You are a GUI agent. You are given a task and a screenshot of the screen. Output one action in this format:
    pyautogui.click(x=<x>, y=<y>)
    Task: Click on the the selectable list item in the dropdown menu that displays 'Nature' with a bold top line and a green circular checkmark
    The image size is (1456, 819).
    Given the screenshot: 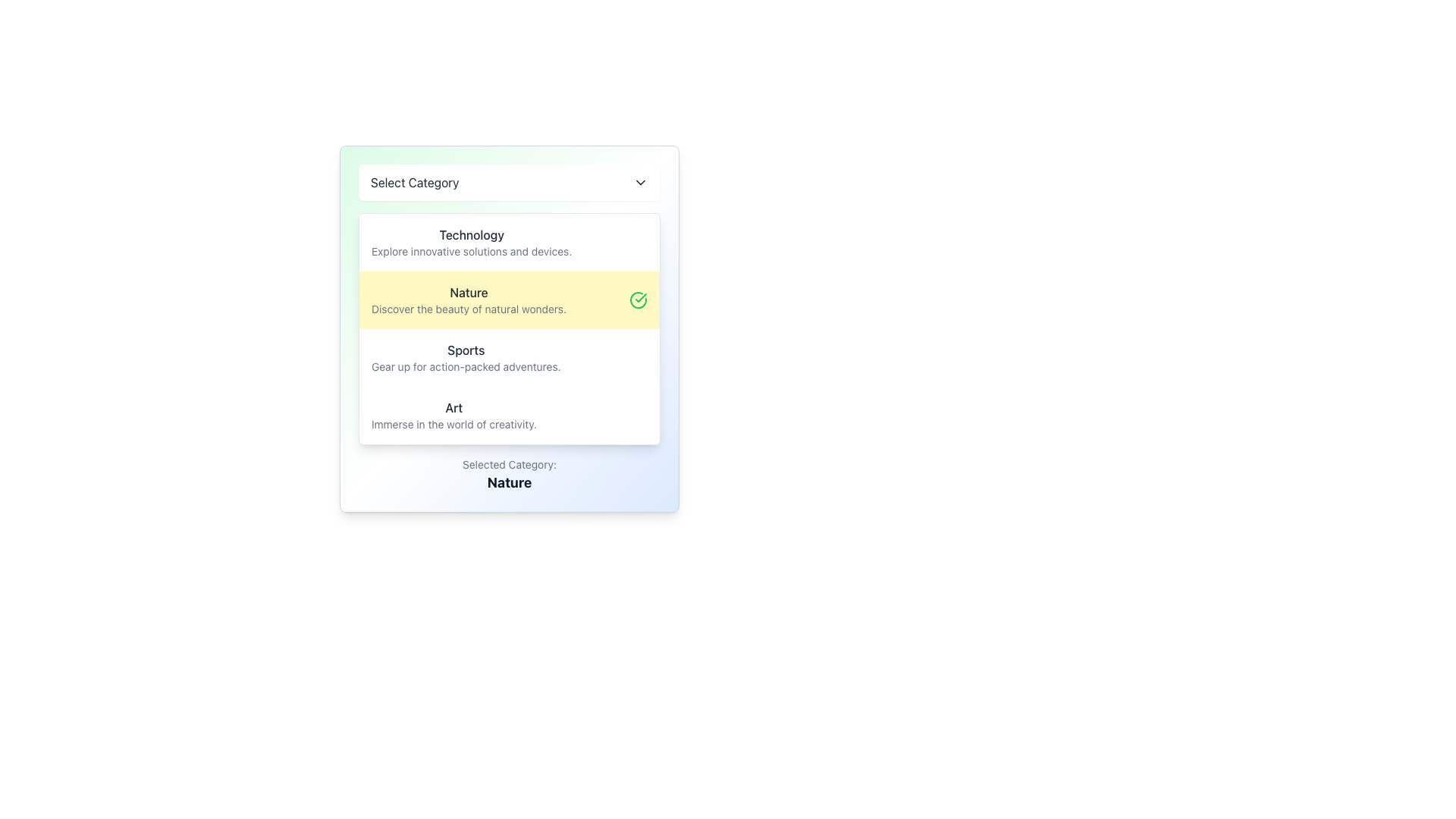 What is the action you would take?
    pyautogui.click(x=510, y=300)
    